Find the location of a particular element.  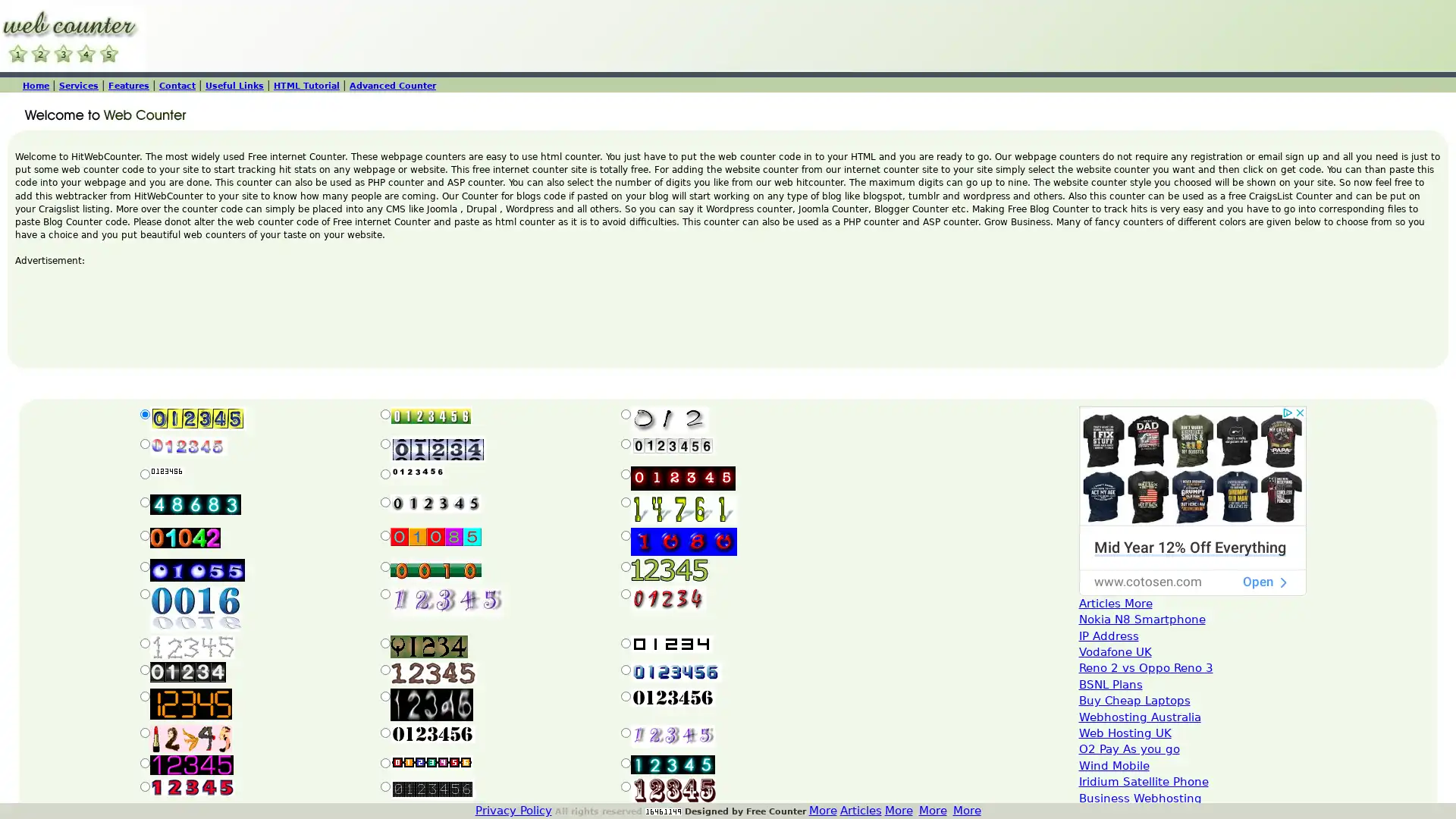

Submit is located at coordinates (428, 646).